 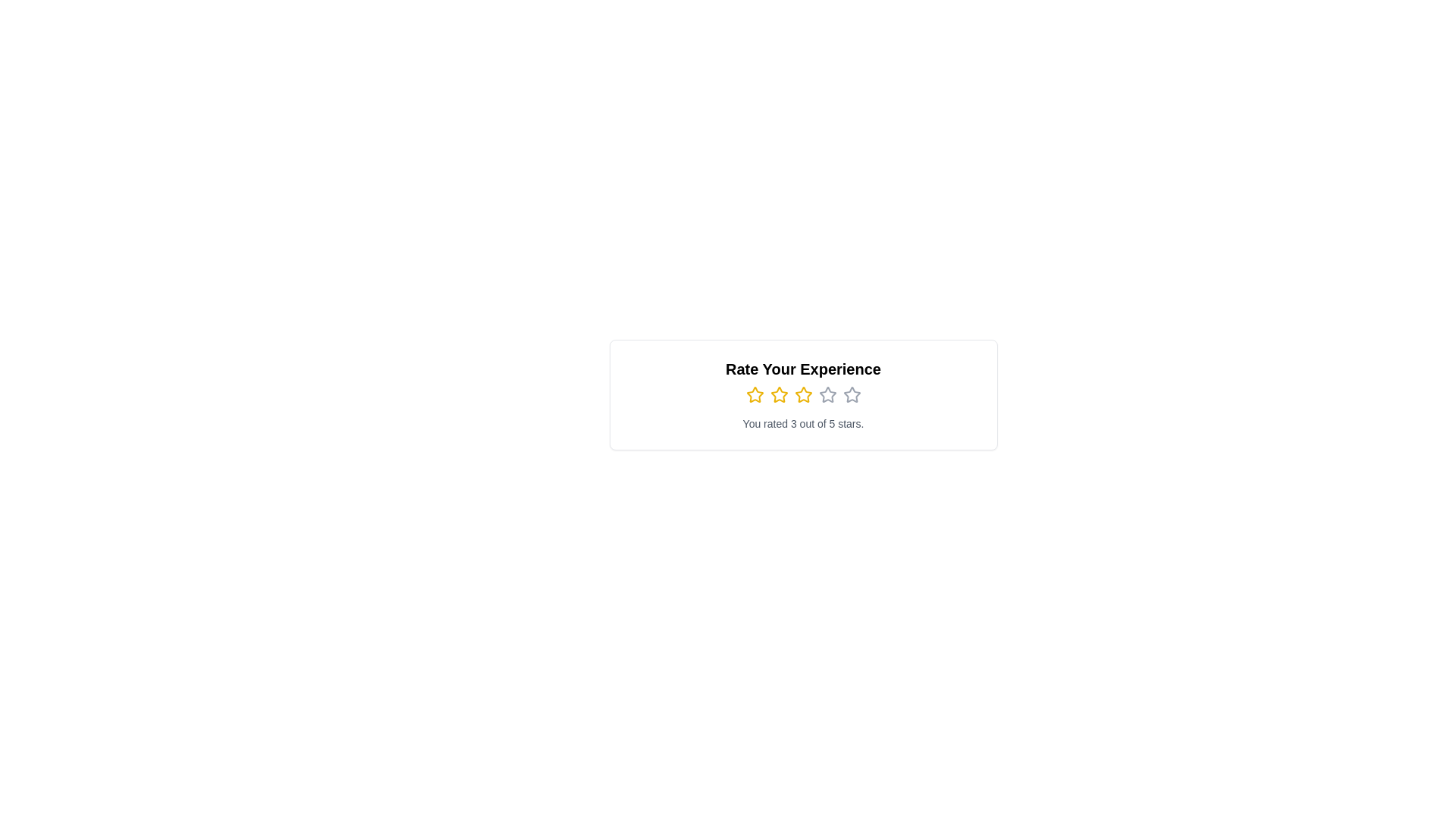 I want to click on the fourth star icon in the rating widget to provide a rating of 4 out of 5, located directly under the text 'Rate Your Experience.', so click(x=852, y=394).